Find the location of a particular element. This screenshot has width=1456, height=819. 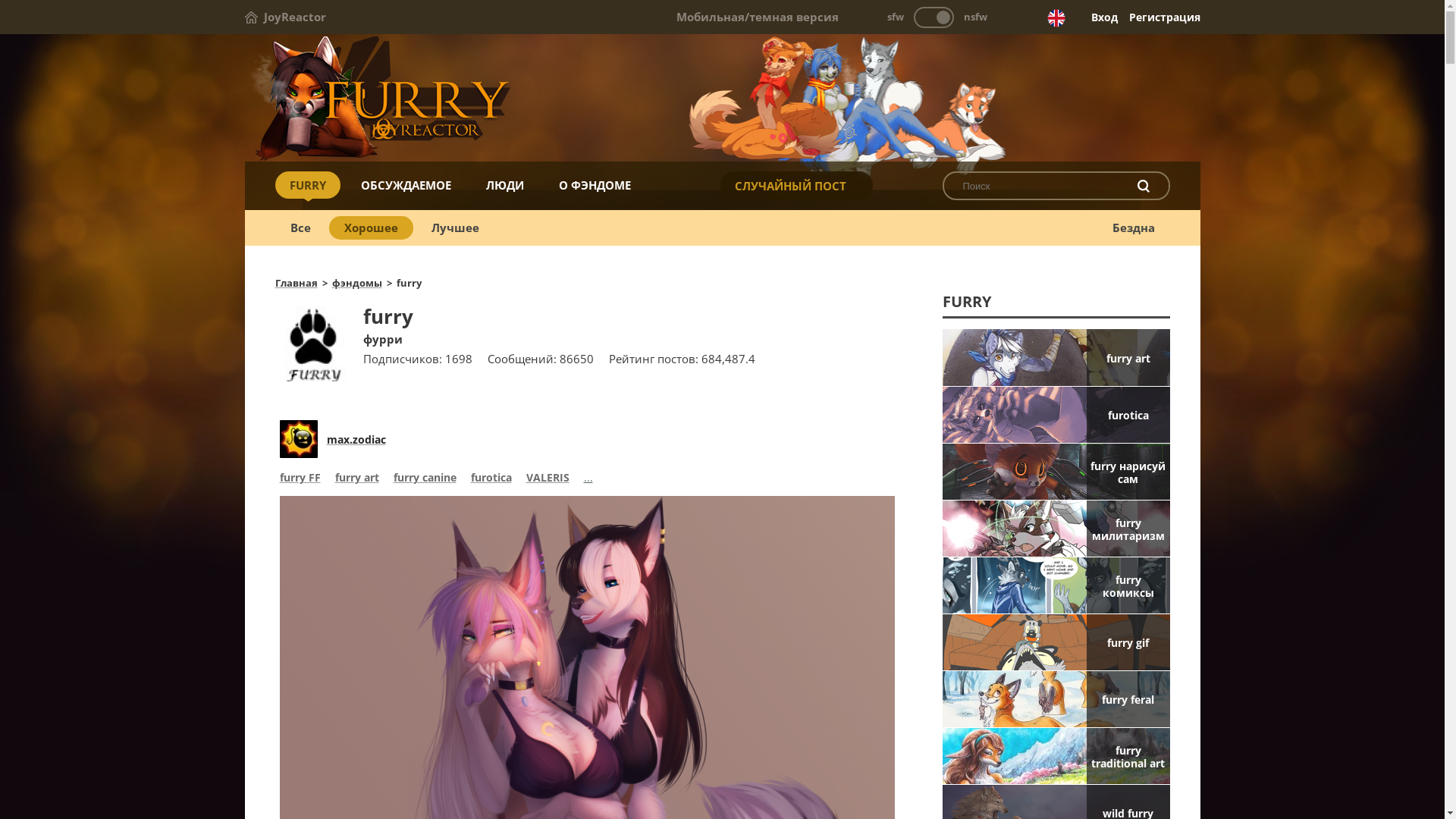

'VALERIS' is located at coordinates (547, 479).